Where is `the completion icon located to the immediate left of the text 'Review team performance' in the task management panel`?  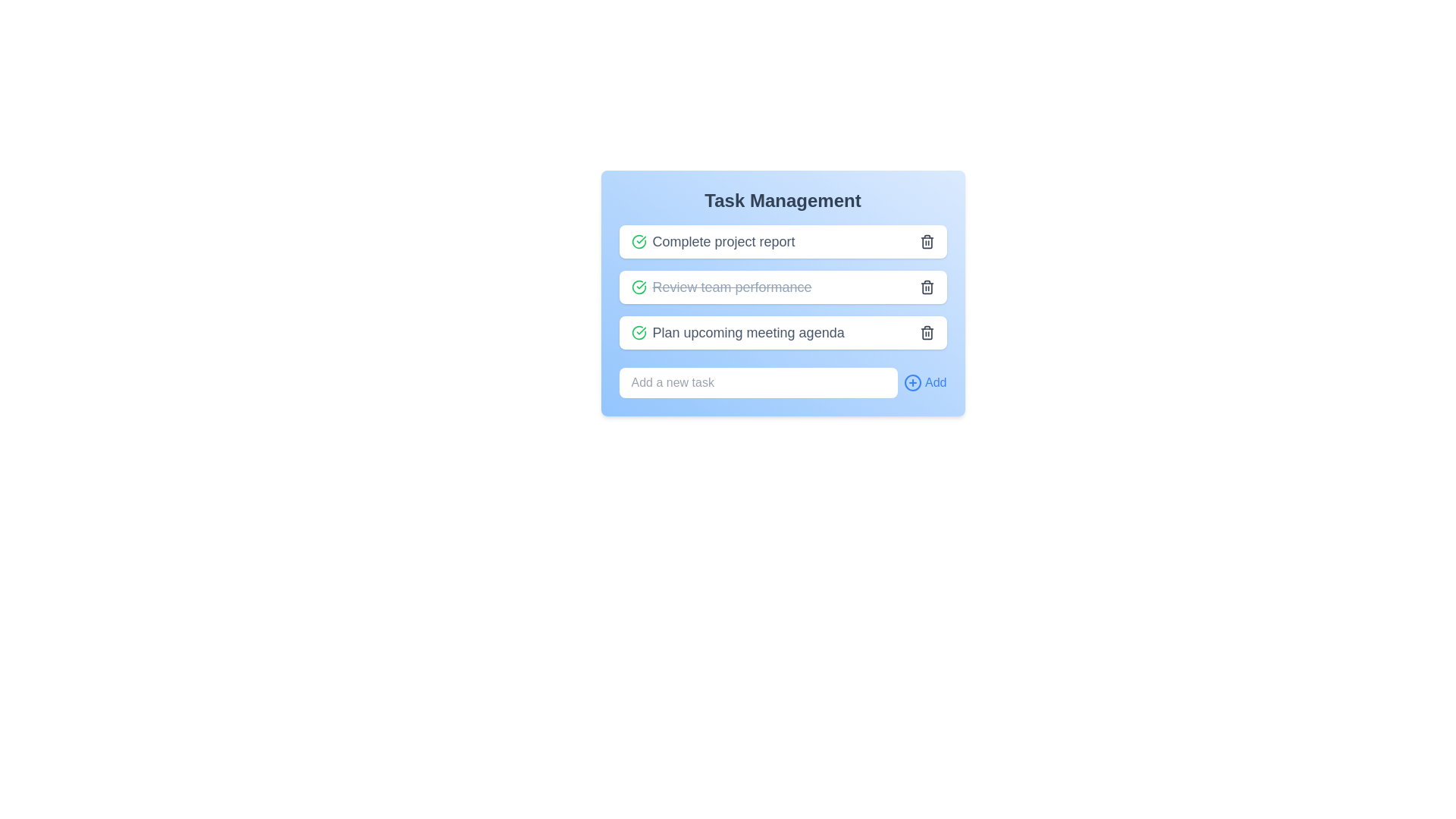
the completion icon located to the immediate left of the text 'Review team performance' in the task management panel is located at coordinates (639, 287).